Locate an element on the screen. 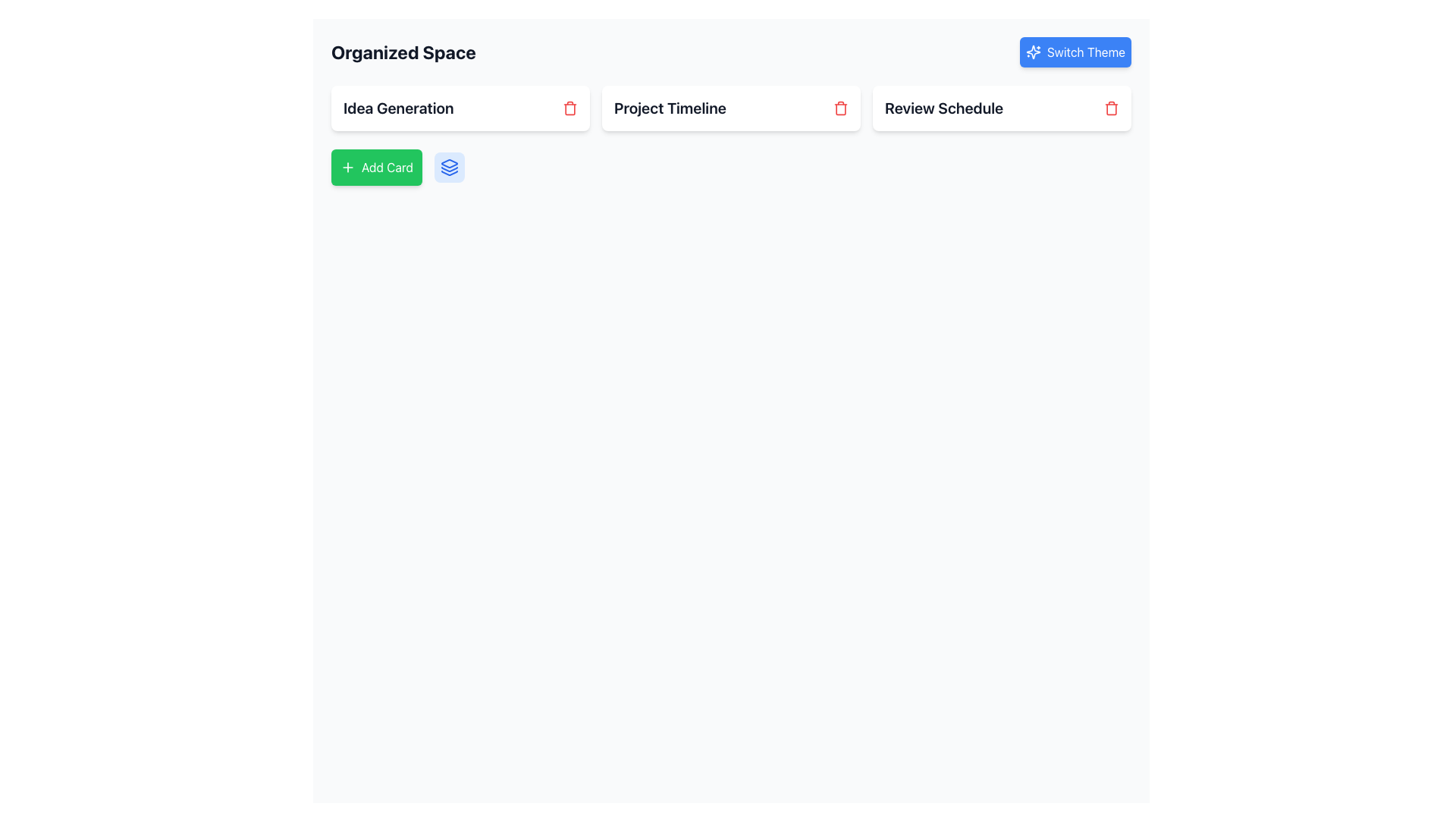 The width and height of the screenshot is (1456, 819). the static text label representing 'Project Timeline', positioned between 'Idea Generation' and 'Review Schedule' at the top center of the interface is located at coordinates (669, 107).